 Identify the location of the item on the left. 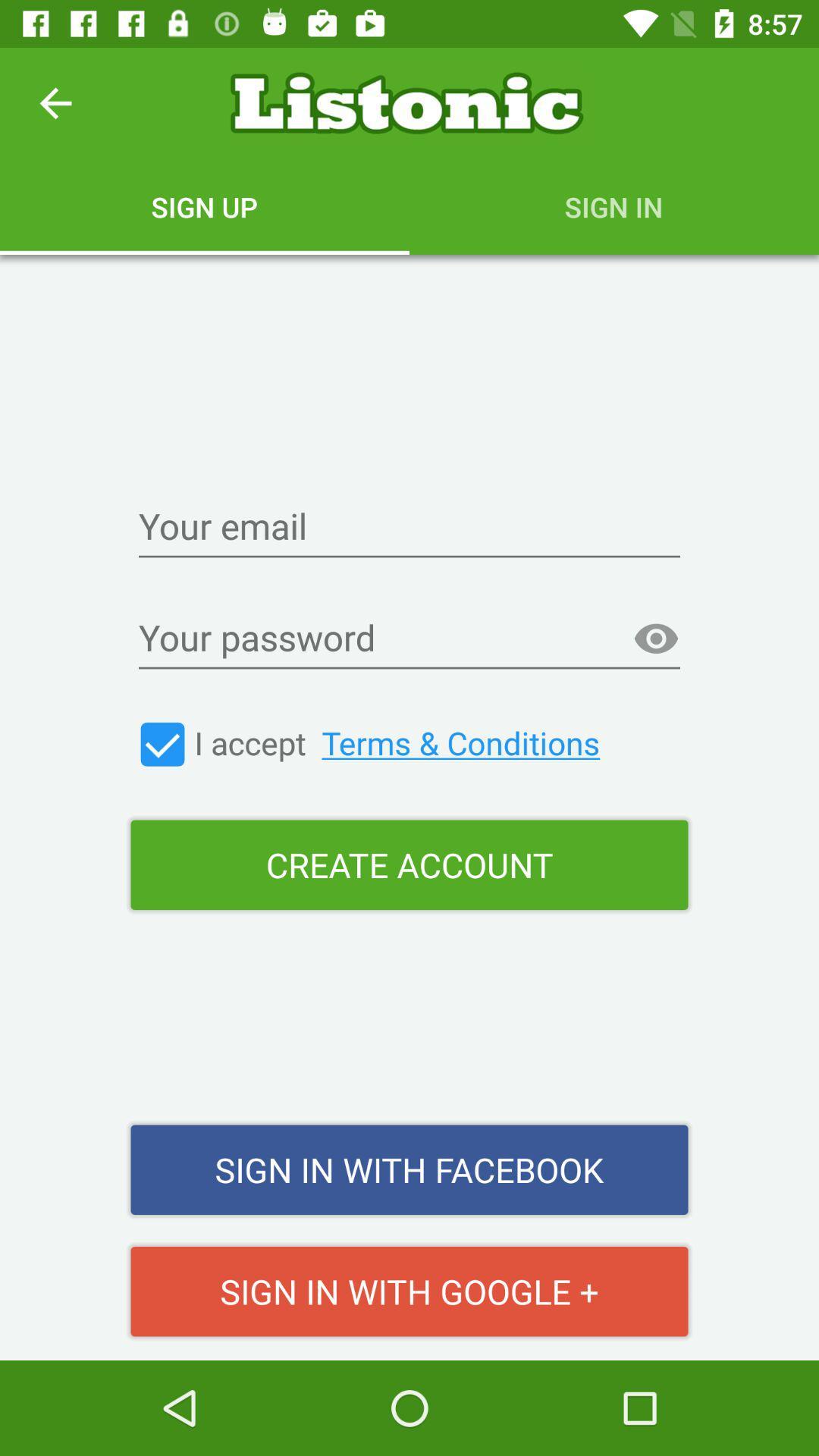
(162, 744).